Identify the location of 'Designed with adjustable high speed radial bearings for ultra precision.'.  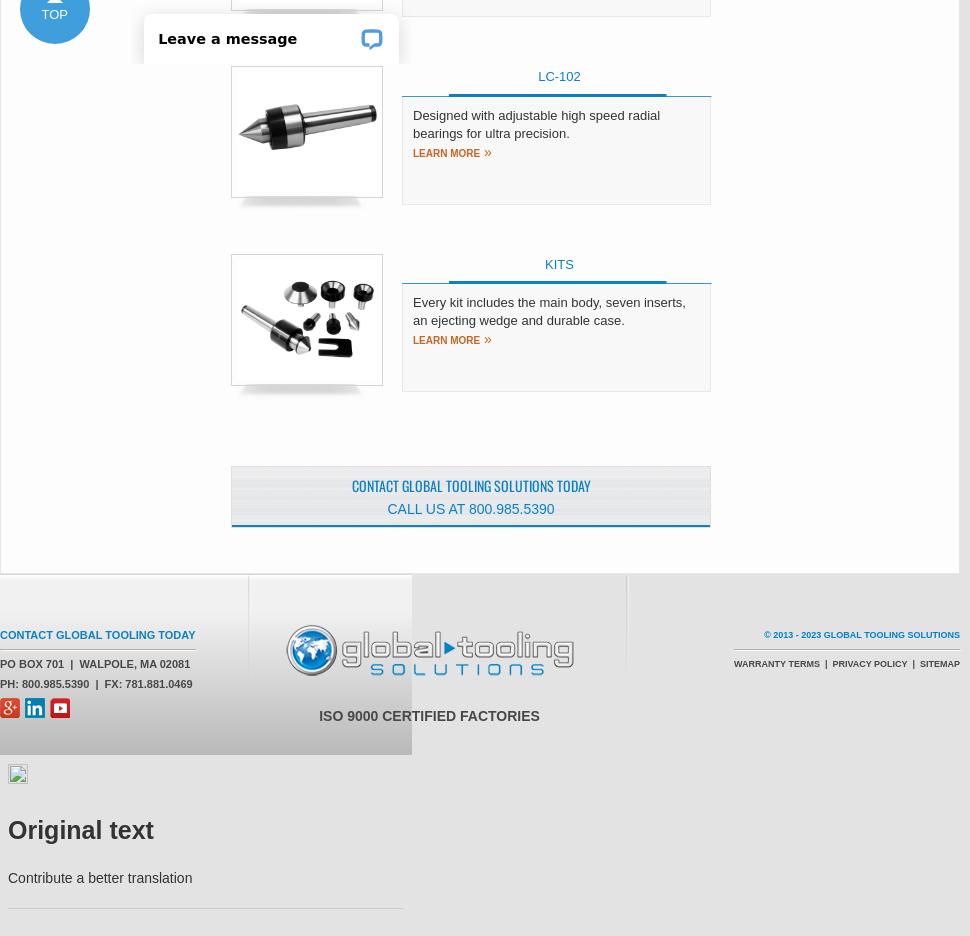
(413, 123).